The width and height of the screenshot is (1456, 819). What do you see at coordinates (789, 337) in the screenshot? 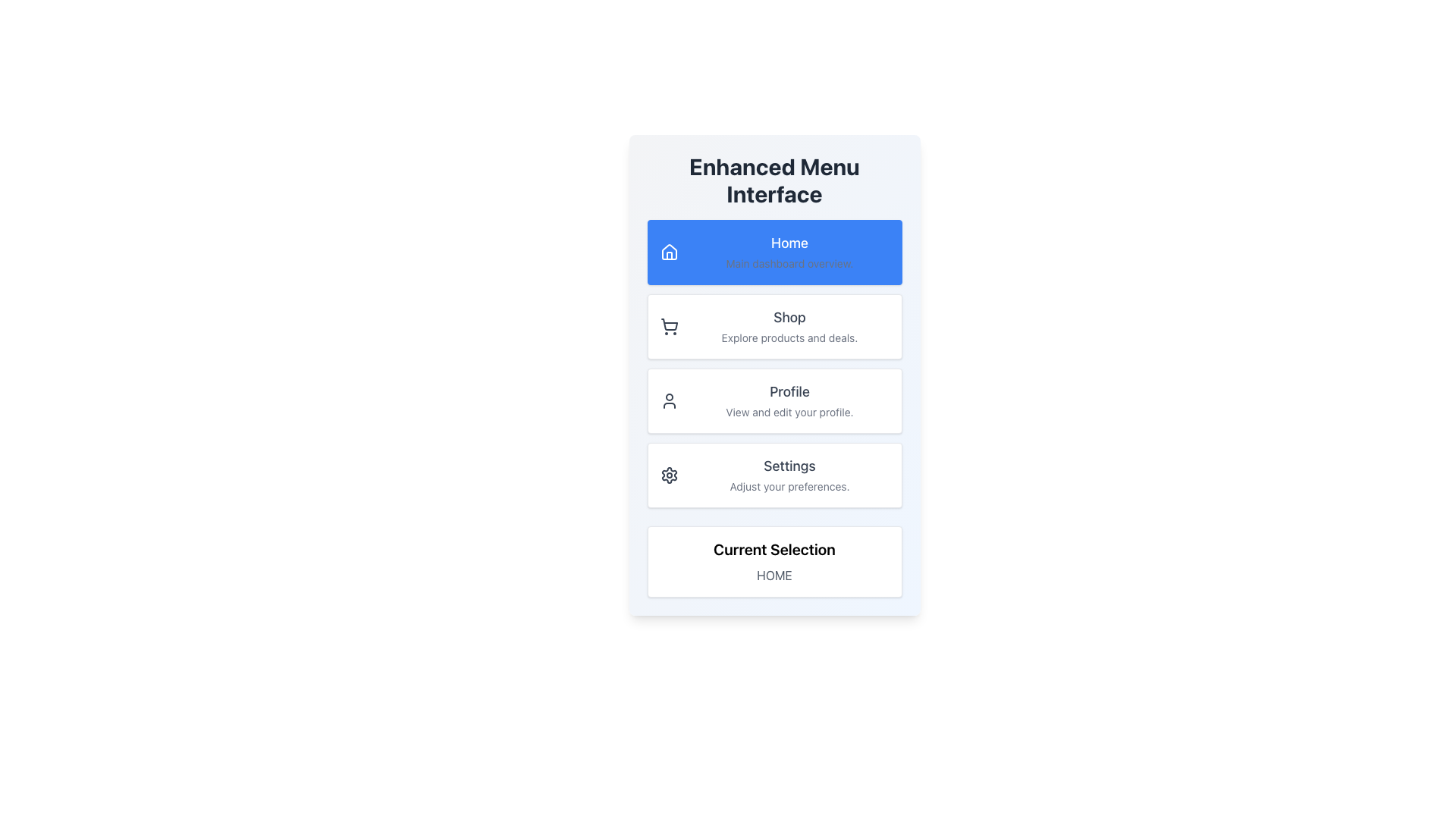
I see `the descriptive subtitle text label that provides additional information about the 'Shop' section, located under the 'Shop' heading in the navigation menu` at bounding box center [789, 337].